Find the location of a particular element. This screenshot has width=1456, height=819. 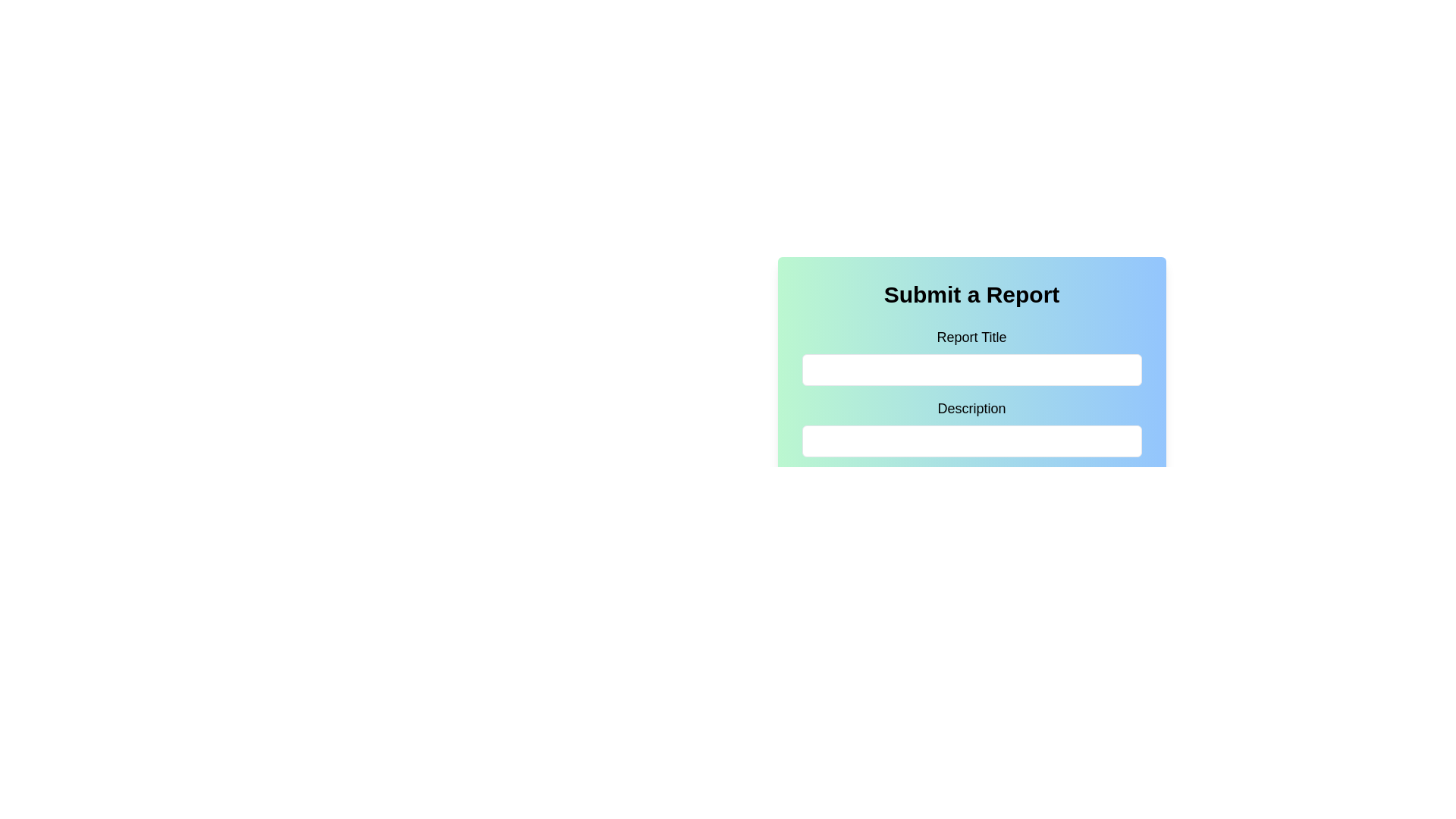

the 'Description' label, which is a medium-sized, bold text element positioned prominently above an input box, located directly below the 'Report Title' label is located at coordinates (971, 408).